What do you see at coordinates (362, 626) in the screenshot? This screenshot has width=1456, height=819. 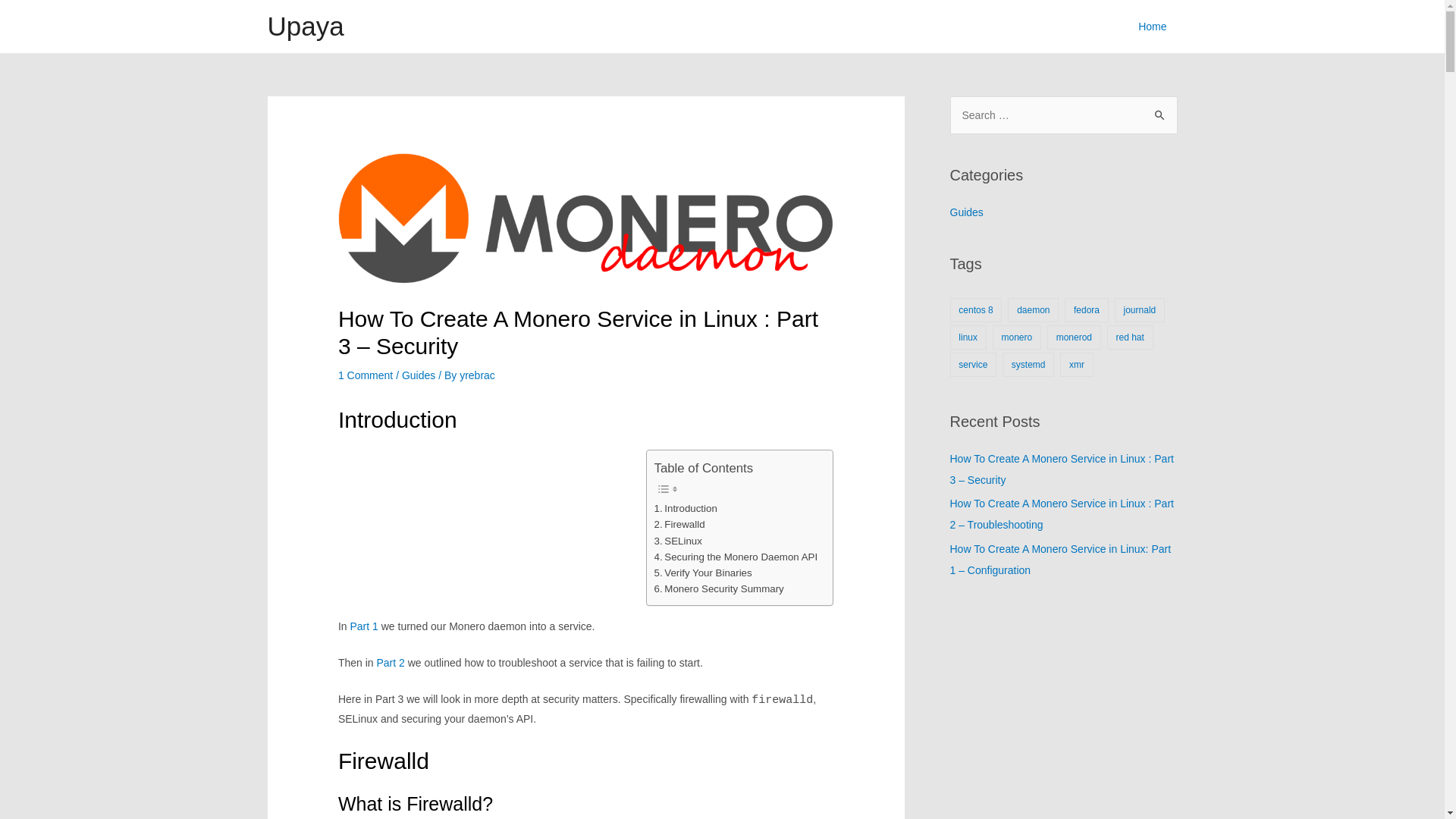 I see `'Part 1'` at bounding box center [362, 626].